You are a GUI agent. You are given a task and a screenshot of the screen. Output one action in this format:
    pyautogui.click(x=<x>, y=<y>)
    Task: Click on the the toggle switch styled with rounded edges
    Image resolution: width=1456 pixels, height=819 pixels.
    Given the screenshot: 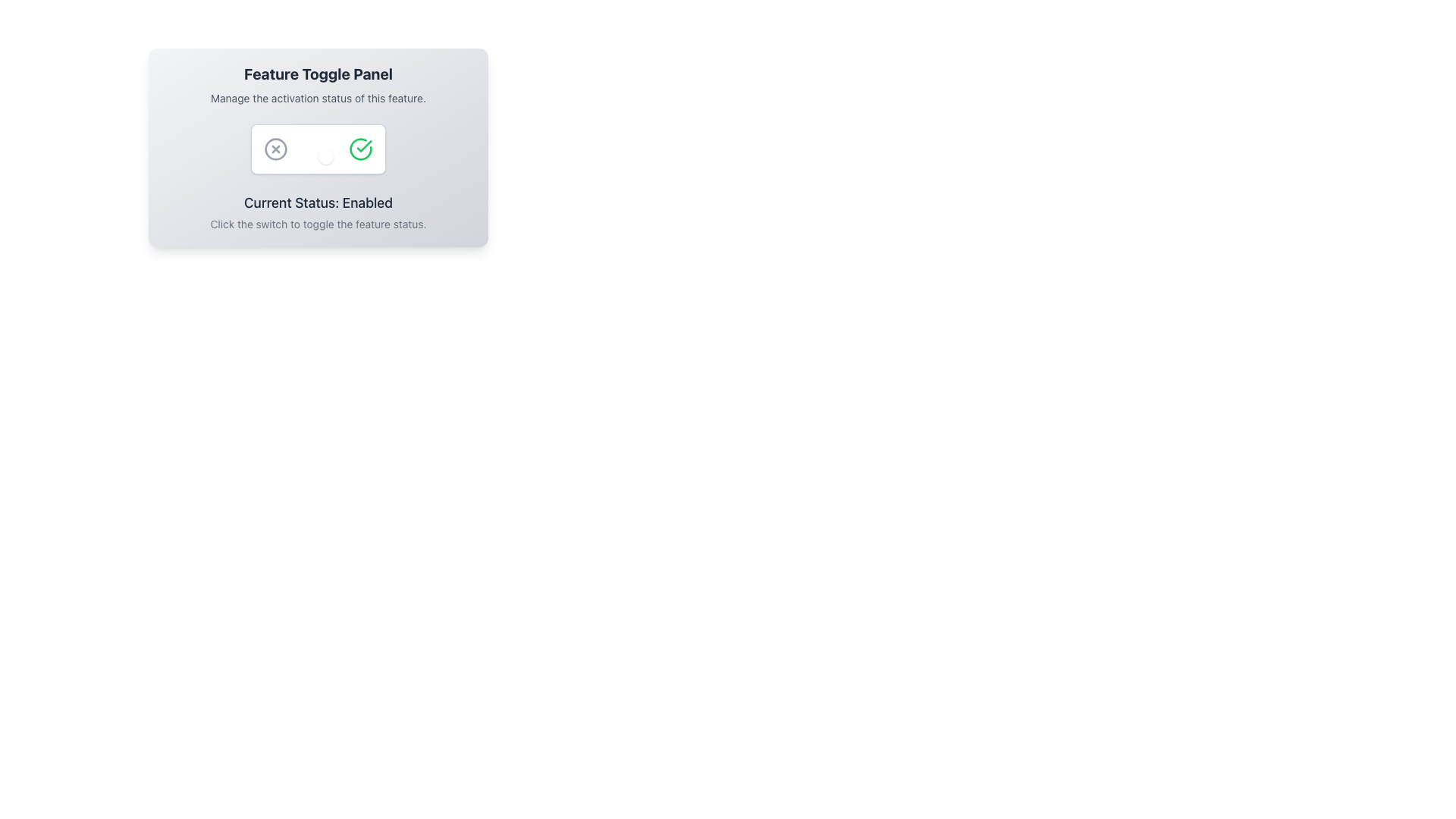 What is the action you would take?
    pyautogui.click(x=318, y=149)
    